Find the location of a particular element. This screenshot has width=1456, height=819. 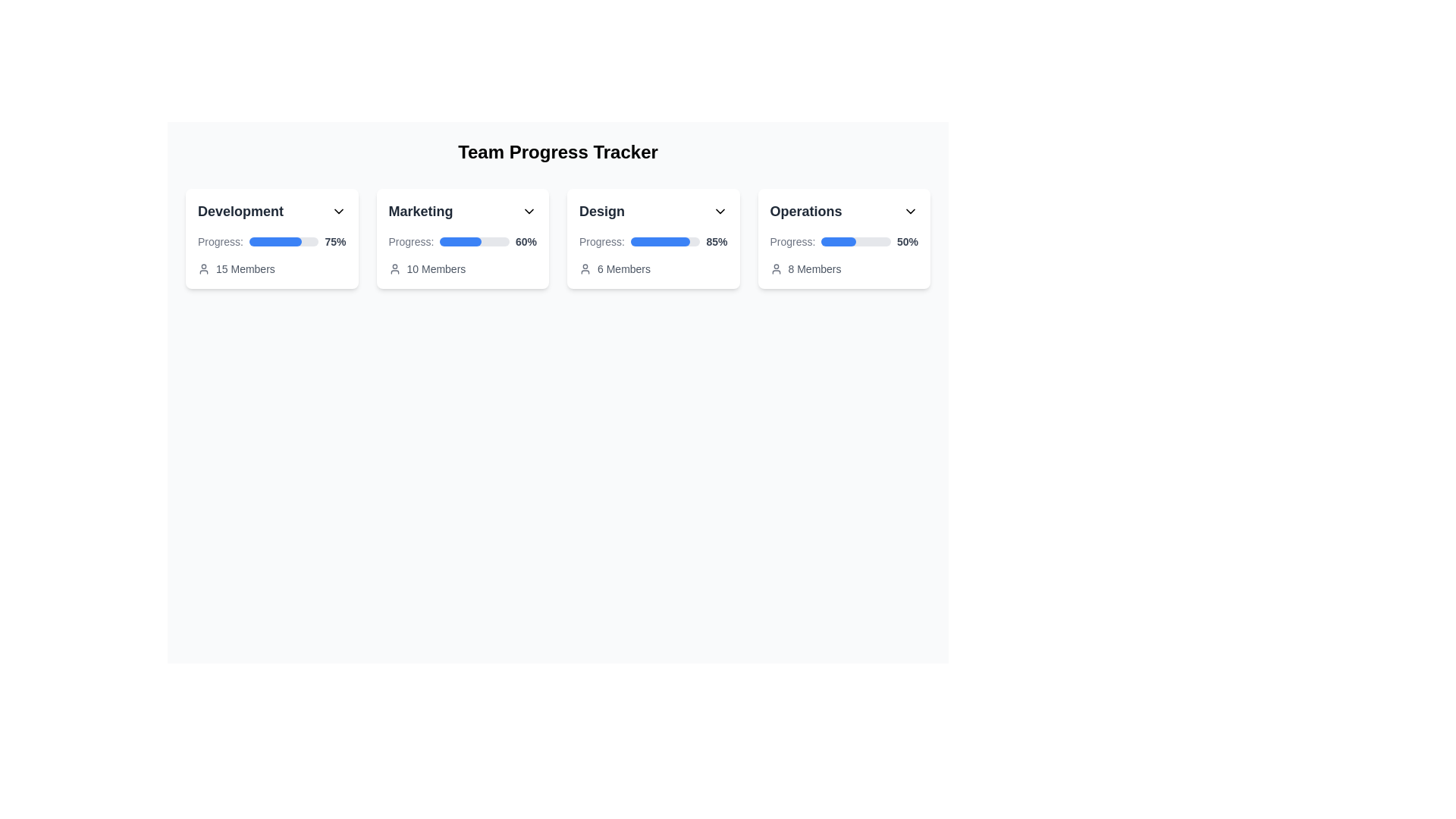

static text label indicating progress representation, which is positioned within the 'Development' card at the top-center, to the left of the progress bar and percentage text is located at coordinates (219, 241).